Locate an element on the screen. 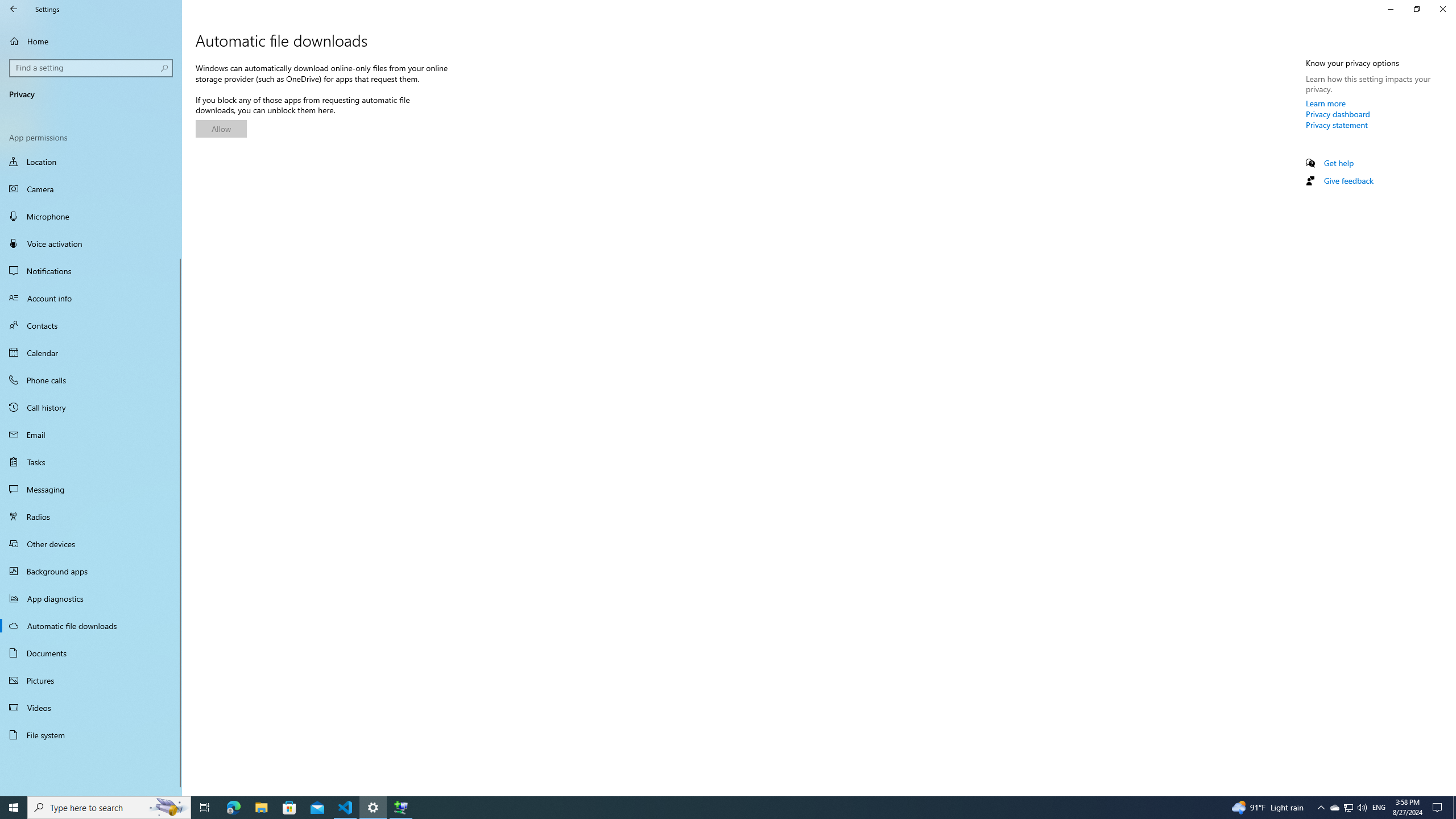  'Voice activation' is located at coordinates (90, 243).